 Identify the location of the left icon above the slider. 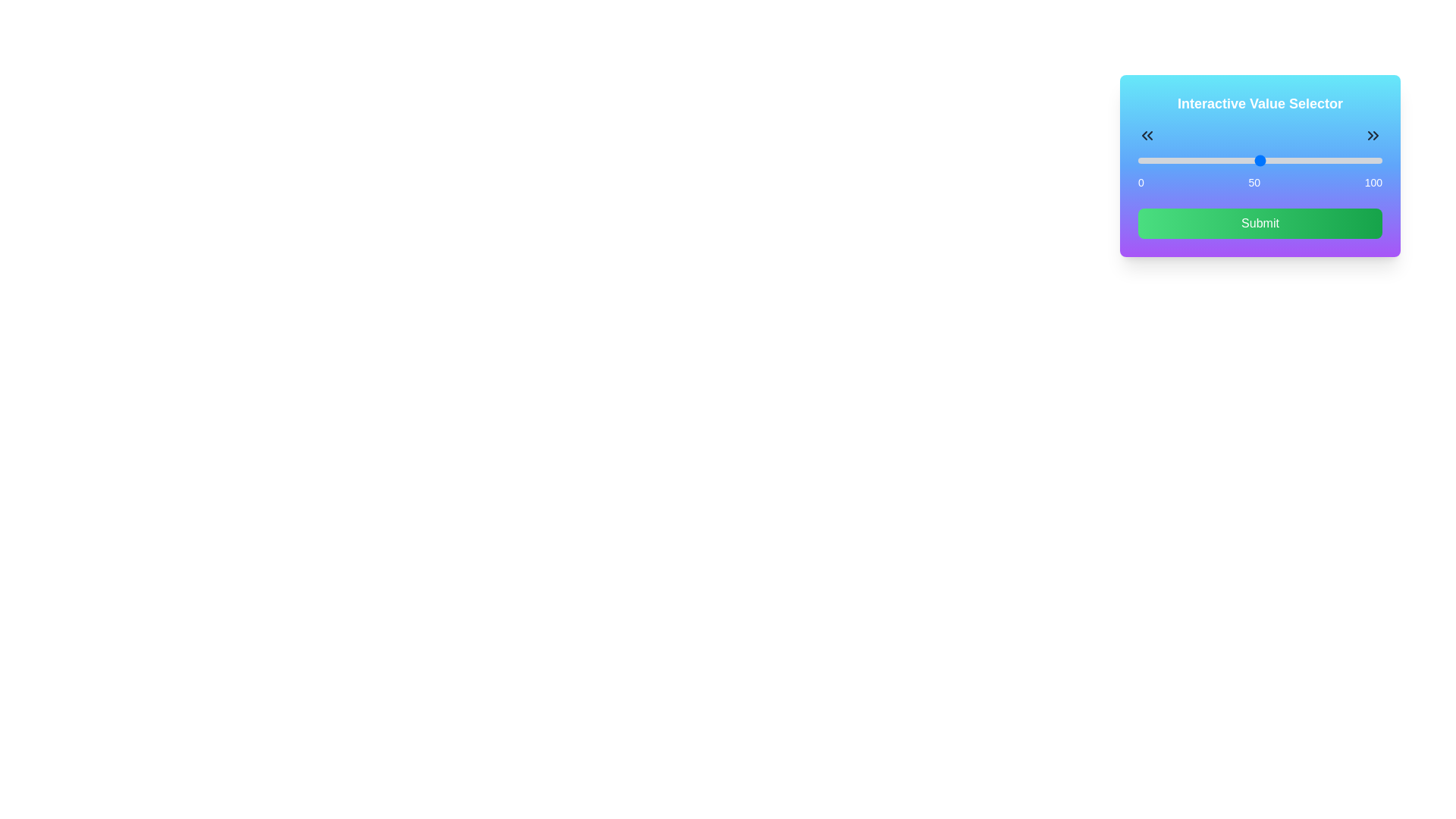
(1147, 134).